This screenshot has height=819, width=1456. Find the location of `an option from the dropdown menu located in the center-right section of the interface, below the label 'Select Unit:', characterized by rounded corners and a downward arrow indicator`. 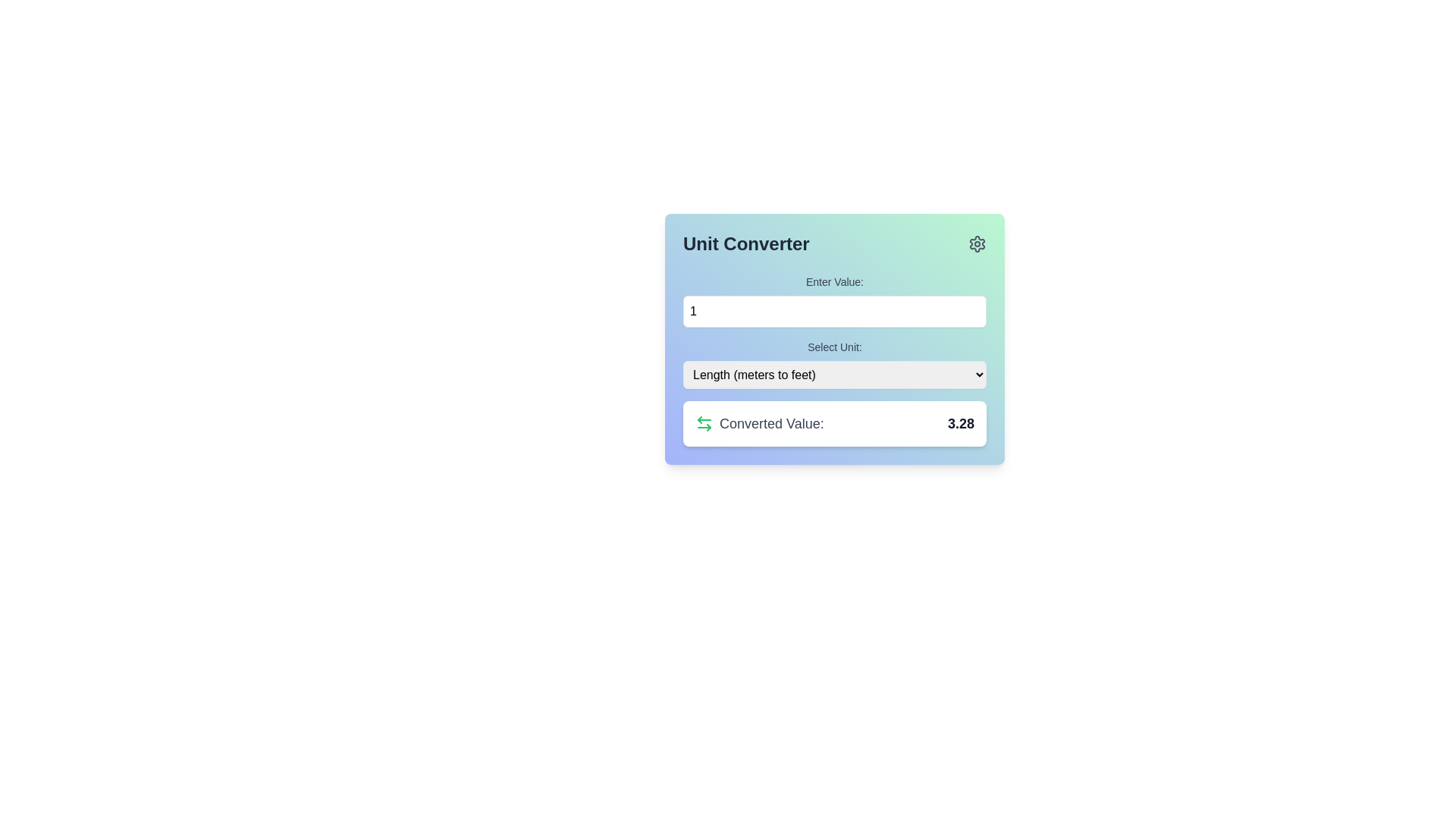

an option from the dropdown menu located in the center-right section of the interface, below the label 'Select Unit:', characterized by rounded corners and a downward arrow indicator is located at coordinates (833, 374).